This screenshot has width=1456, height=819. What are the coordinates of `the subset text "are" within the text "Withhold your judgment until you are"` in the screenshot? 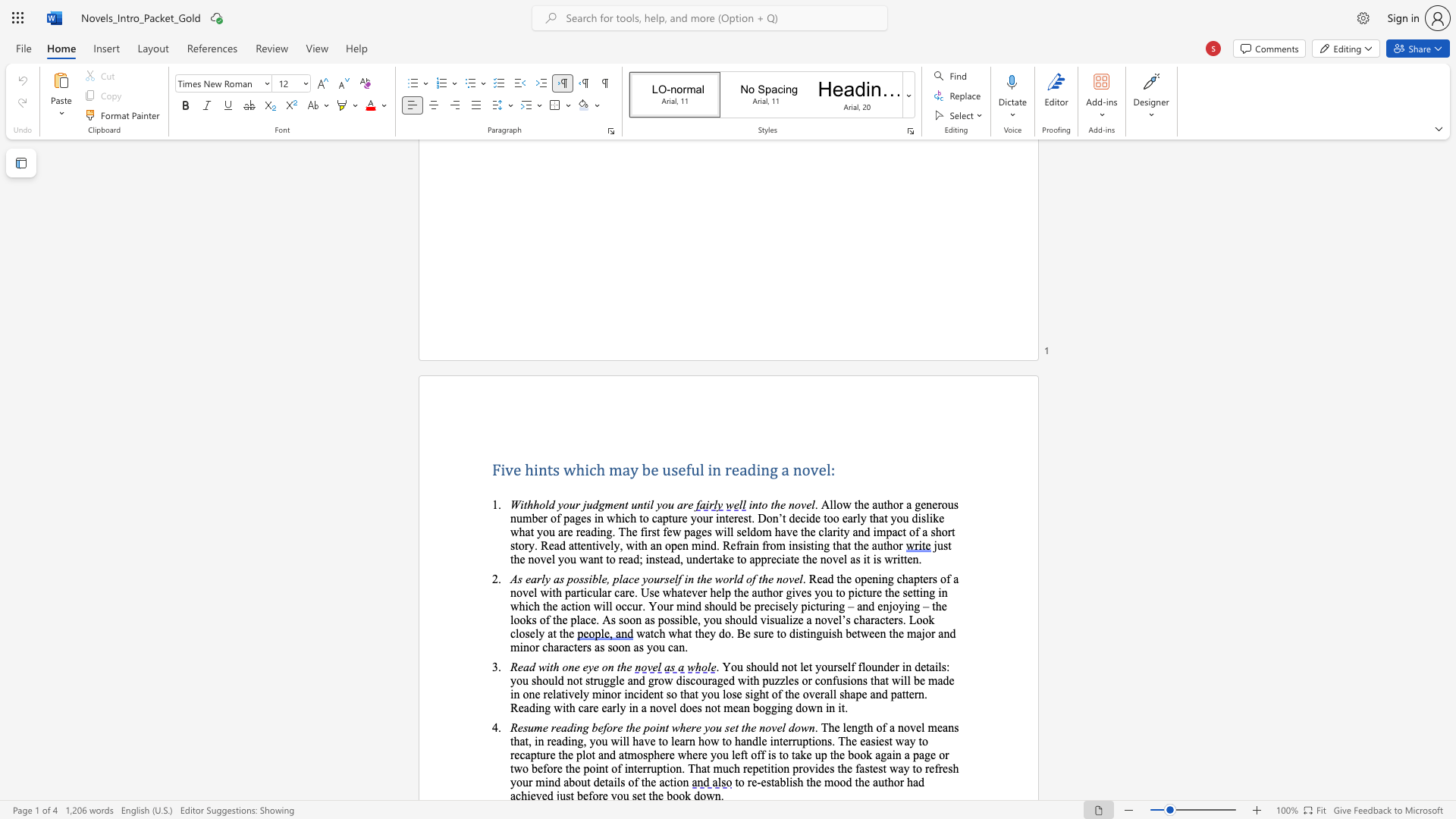 It's located at (676, 504).